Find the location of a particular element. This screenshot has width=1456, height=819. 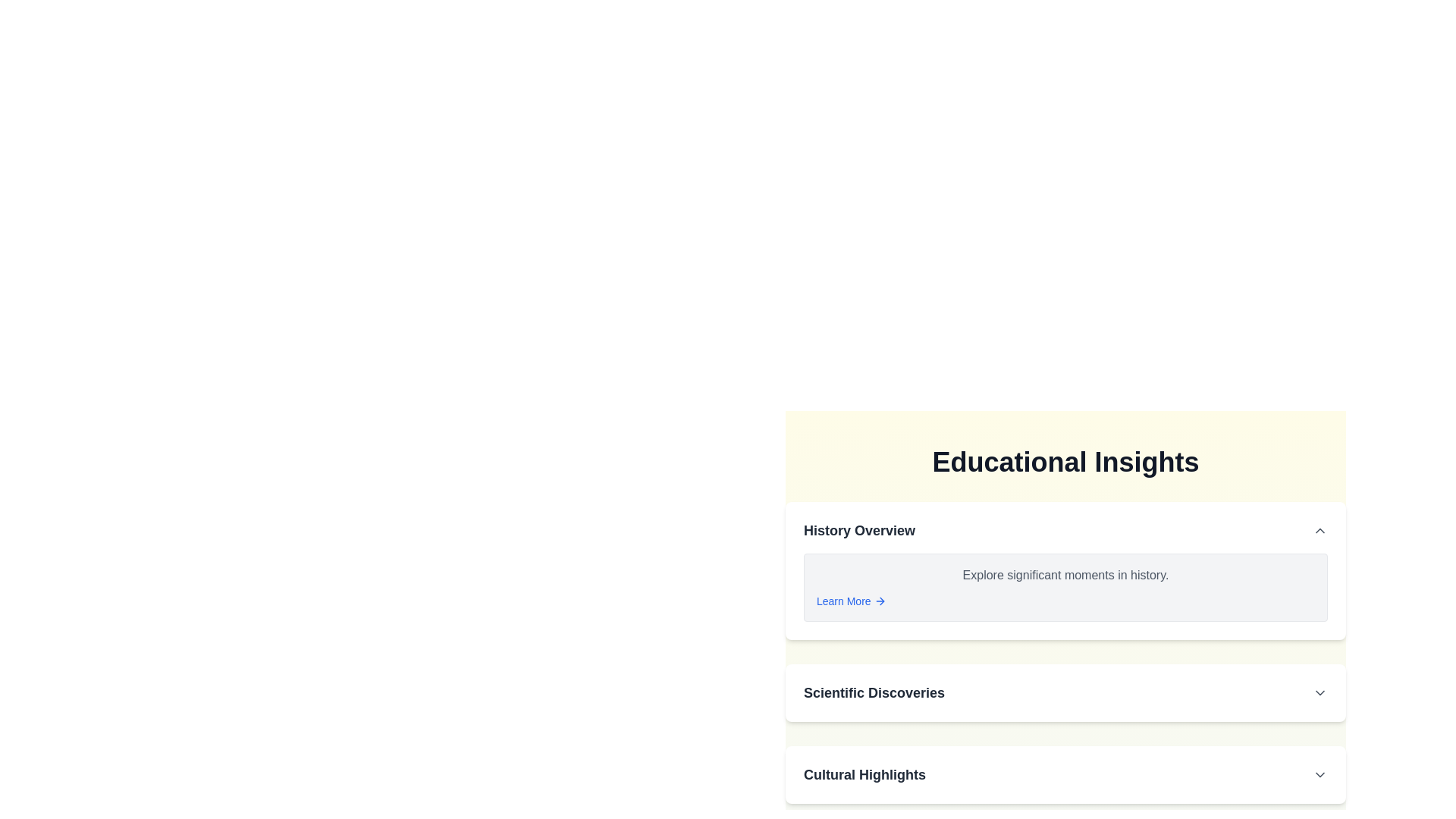

the right-pointing arrow icon, which is adjacent to the 'Learn More' text is located at coordinates (880, 601).